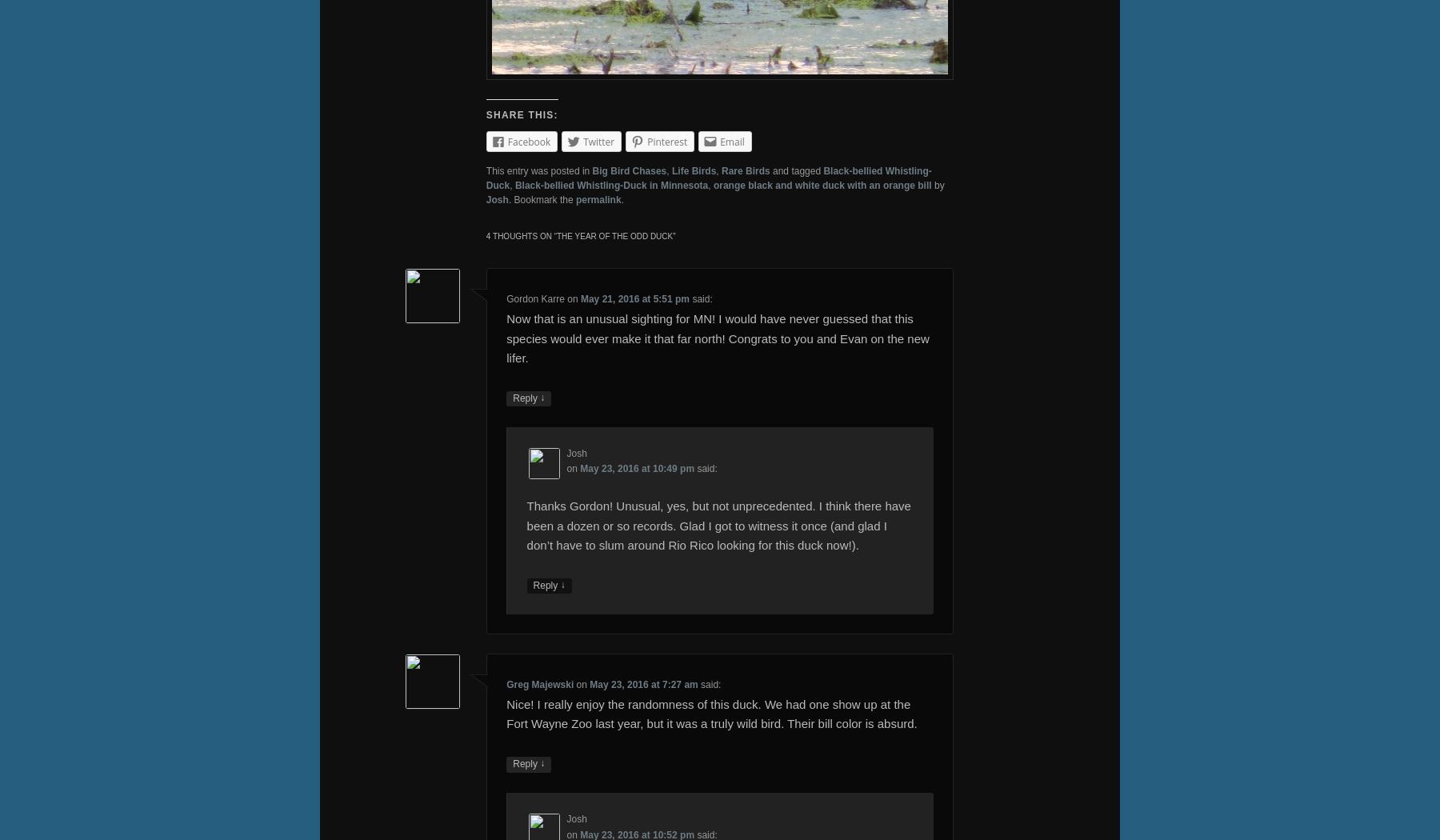  What do you see at coordinates (506, 141) in the screenshot?
I see `'Facebook'` at bounding box center [506, 141].